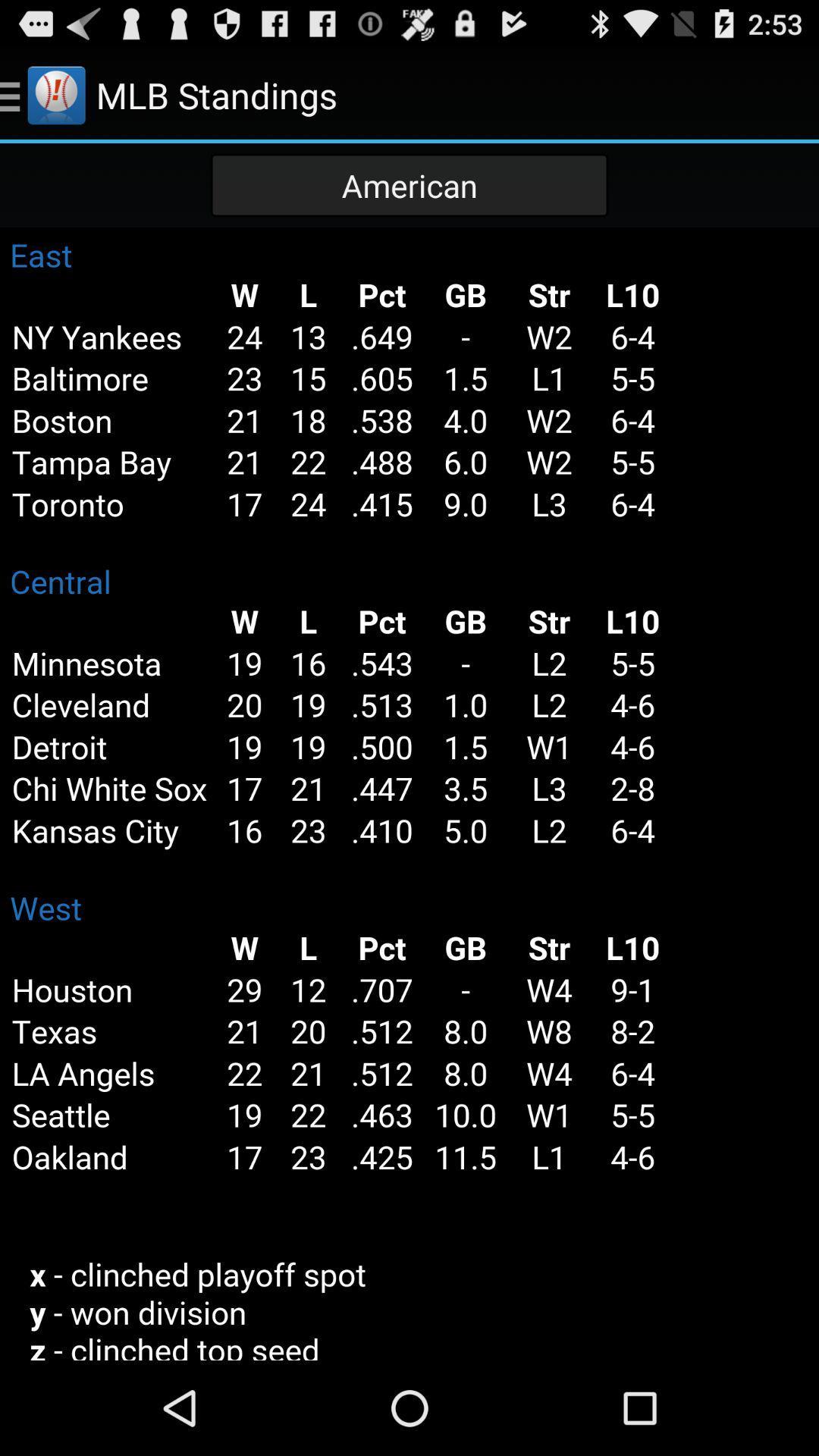 The image size is (819, 1456). I want to click on team 's standings, so click(409, 792).